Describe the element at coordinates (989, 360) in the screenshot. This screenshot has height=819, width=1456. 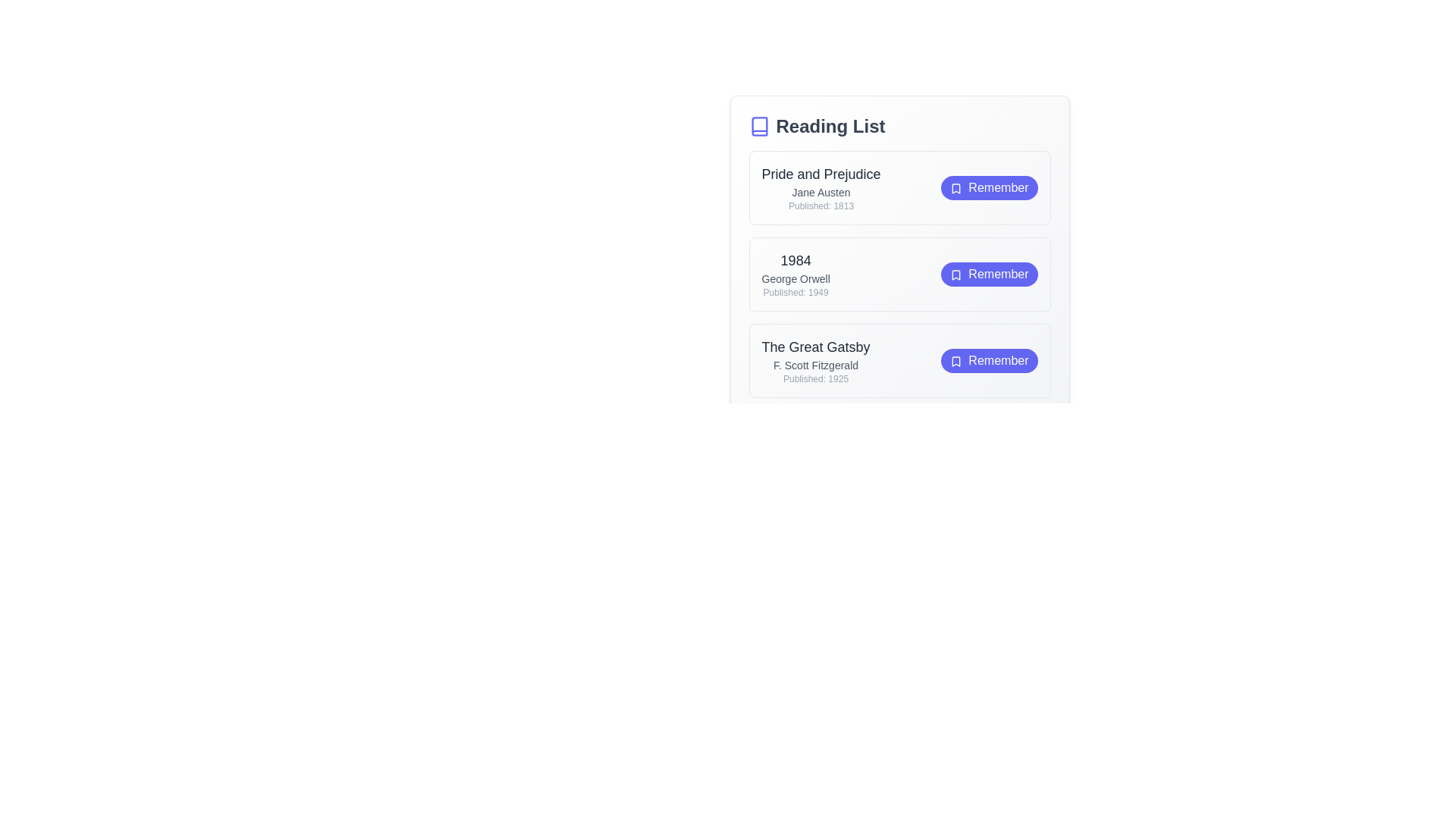
I see `the 'Remember' button for the book titled 'The Great Gatsby'` at that location.